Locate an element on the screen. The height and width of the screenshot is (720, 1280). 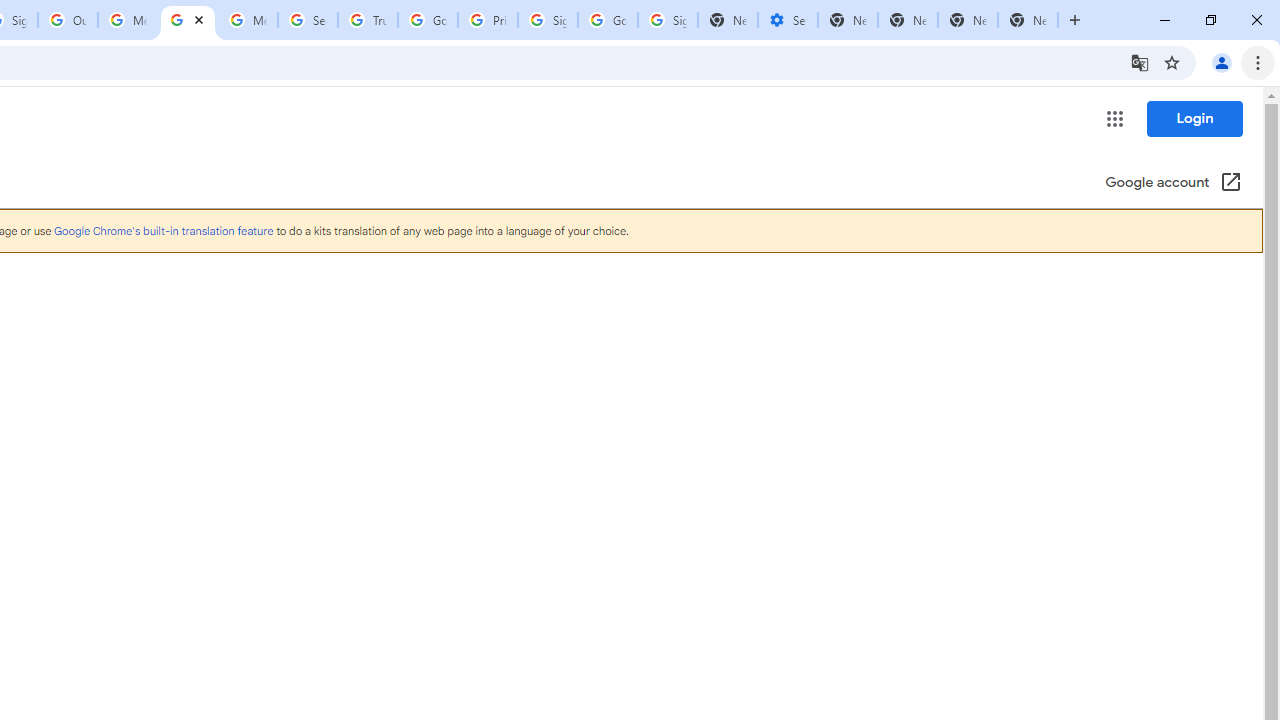
'Close' is located at coordinates (199, 19).